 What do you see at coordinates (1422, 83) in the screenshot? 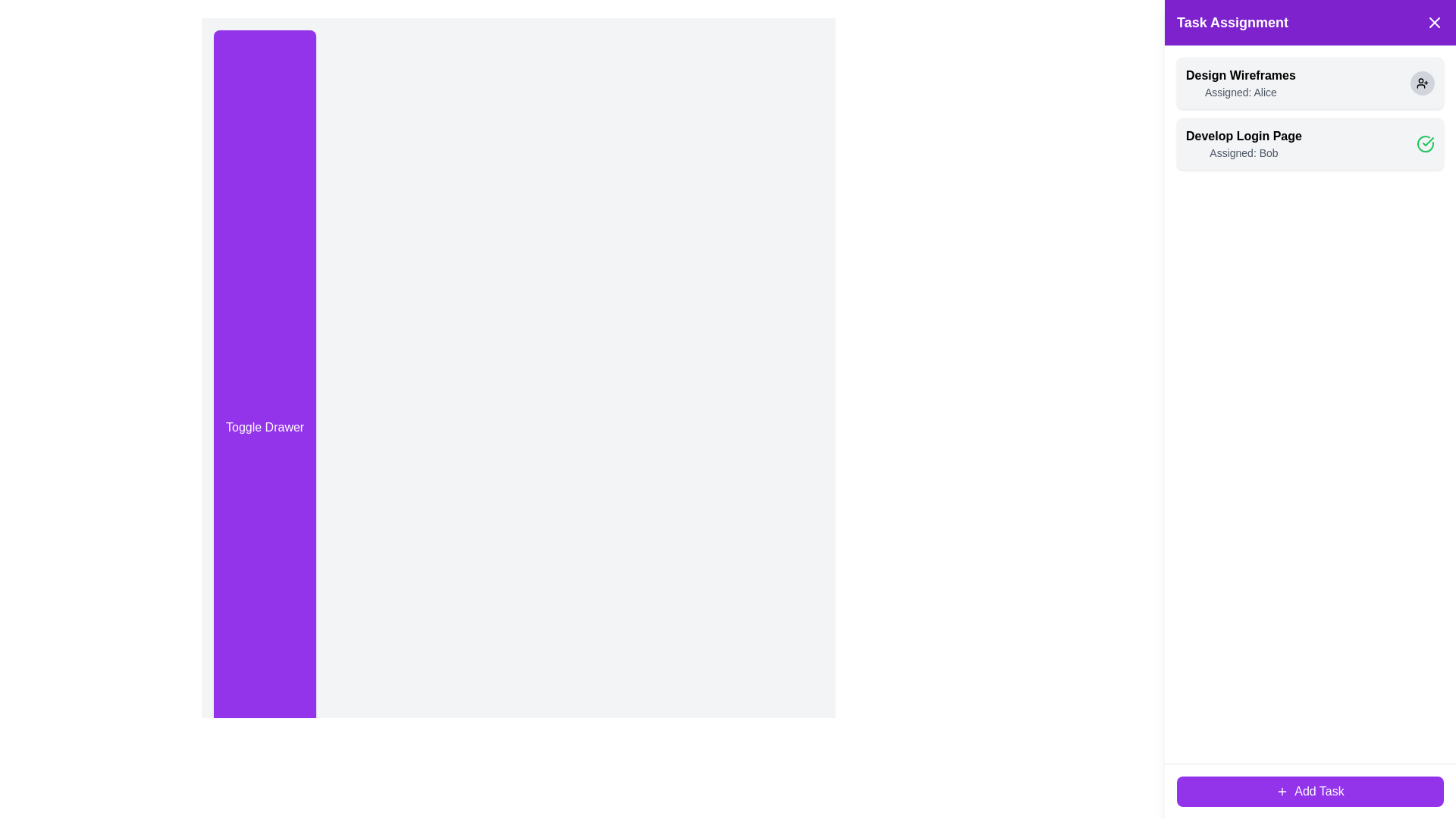
I see `the circular button with a light gray background and a black user figure icon` at bounding box center [1422, 83].